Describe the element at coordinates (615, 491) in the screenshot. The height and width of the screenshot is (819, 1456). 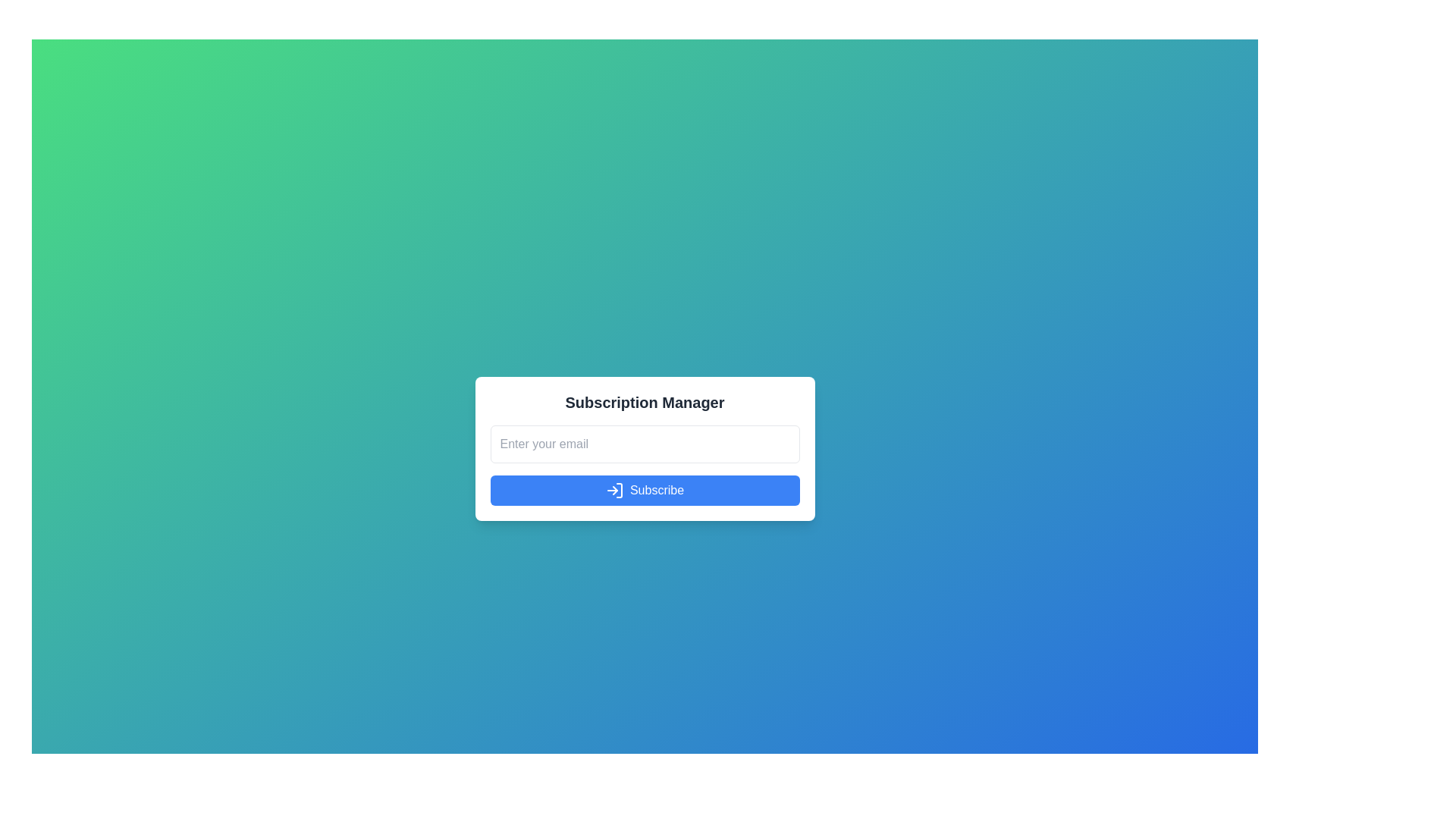
I see `the central arrow icon that signifies navigation or submission, which is part of a set of three icons located below the input box aligned with the 'Subscribe' button` at that location.